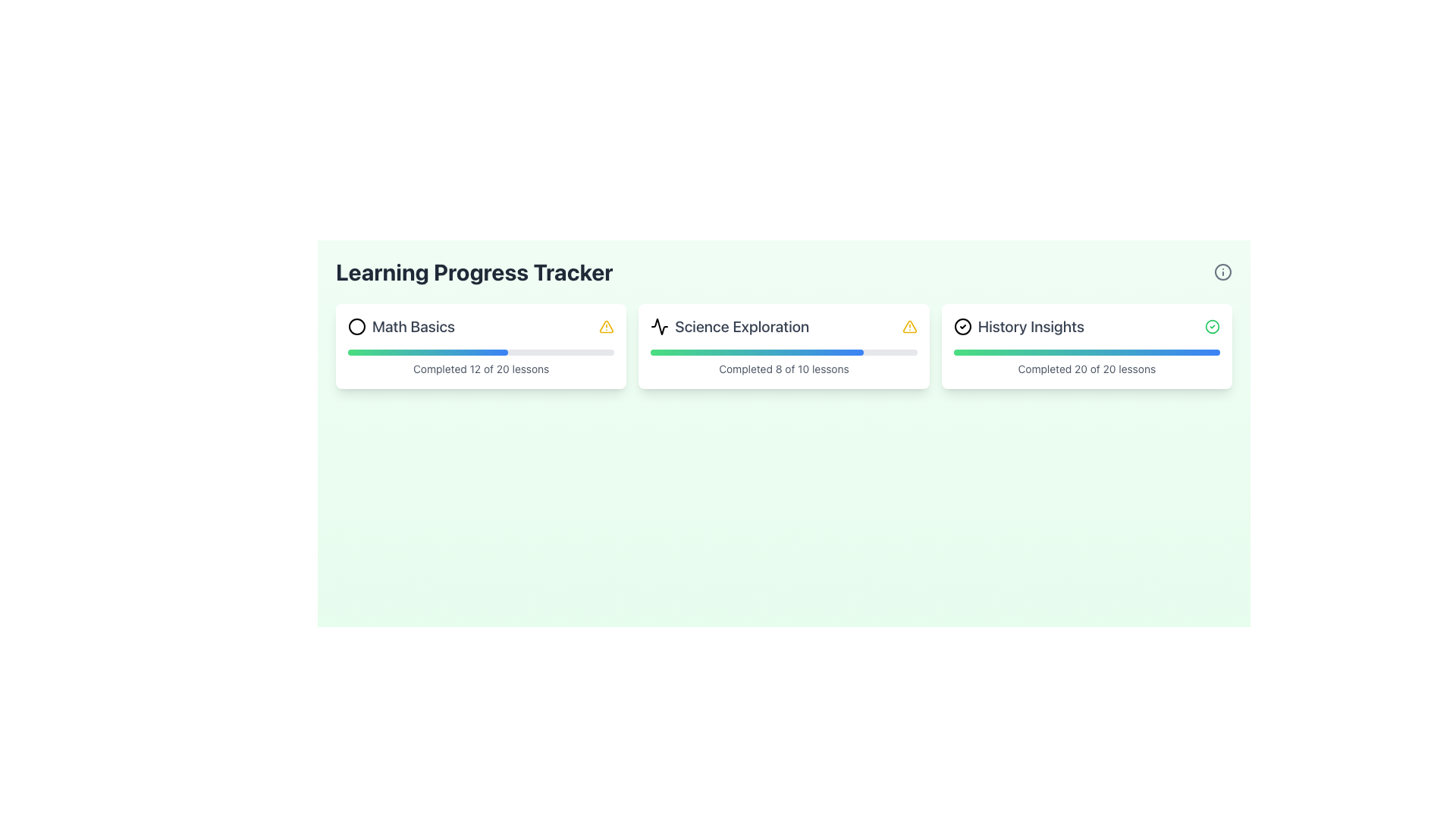 The height and width of the screenshot is (819, 1456). What do you see at coordinates (1031, 326) in the screenshot?
I see `text label 'History Insights' located in the rightmost progress card, which is associated with a checkmark icon on the left` at bounding box center [1031, 326].